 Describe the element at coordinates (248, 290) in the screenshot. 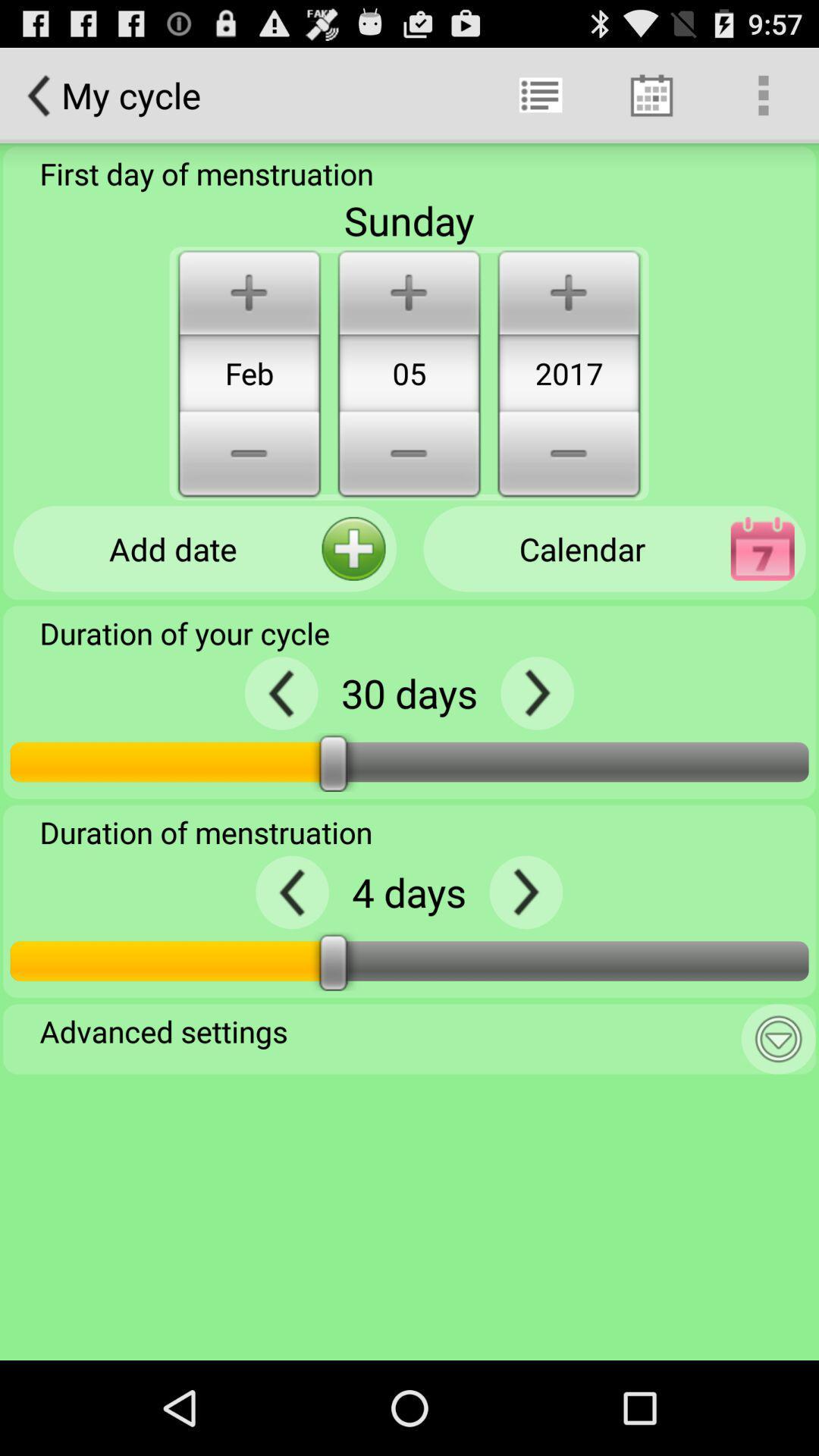

I see `the  button above the option feb on the web page` at that location.